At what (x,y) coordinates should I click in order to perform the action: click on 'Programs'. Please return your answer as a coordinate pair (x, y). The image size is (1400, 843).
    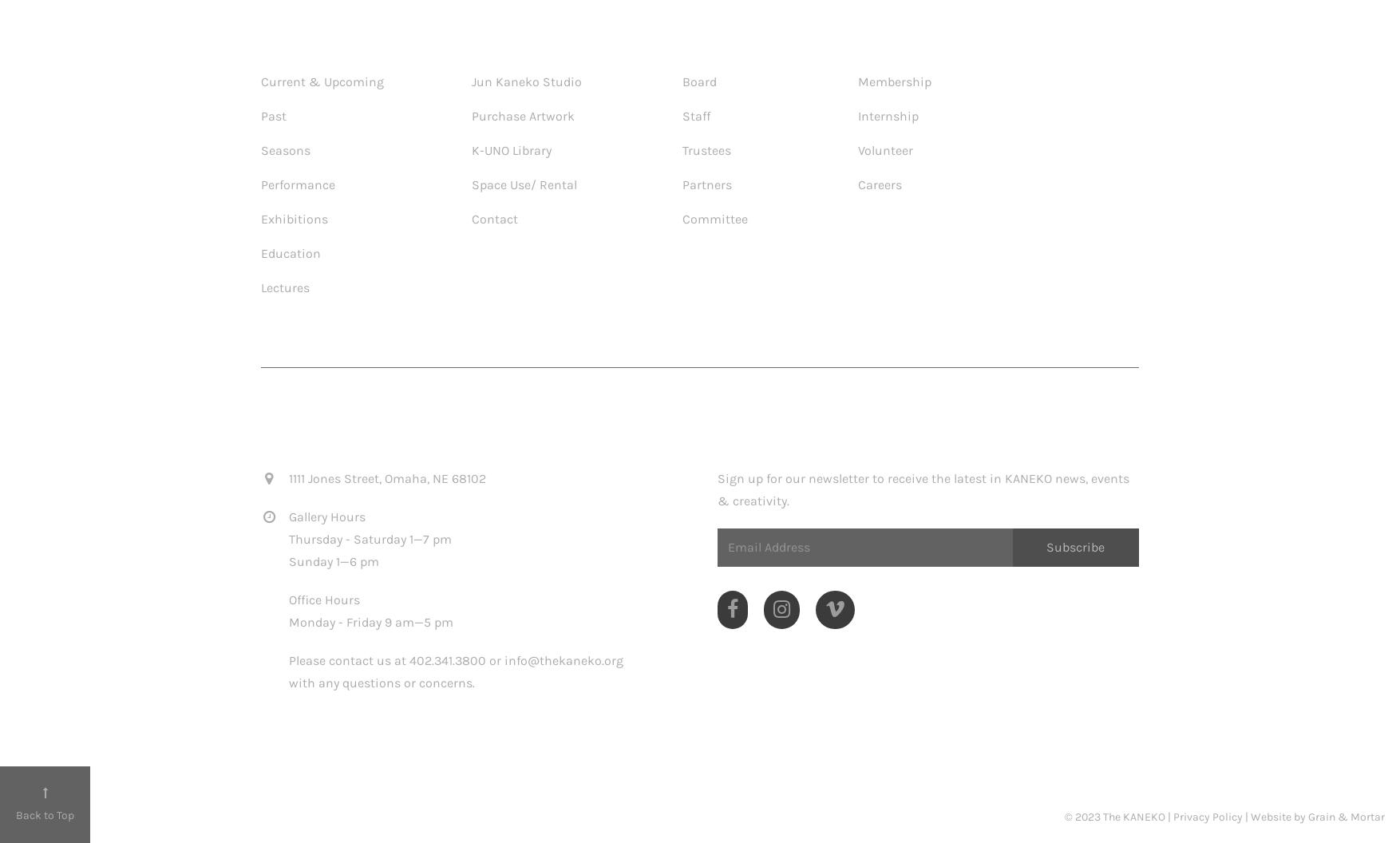
    Looking at the image, I should click on (301, 38).